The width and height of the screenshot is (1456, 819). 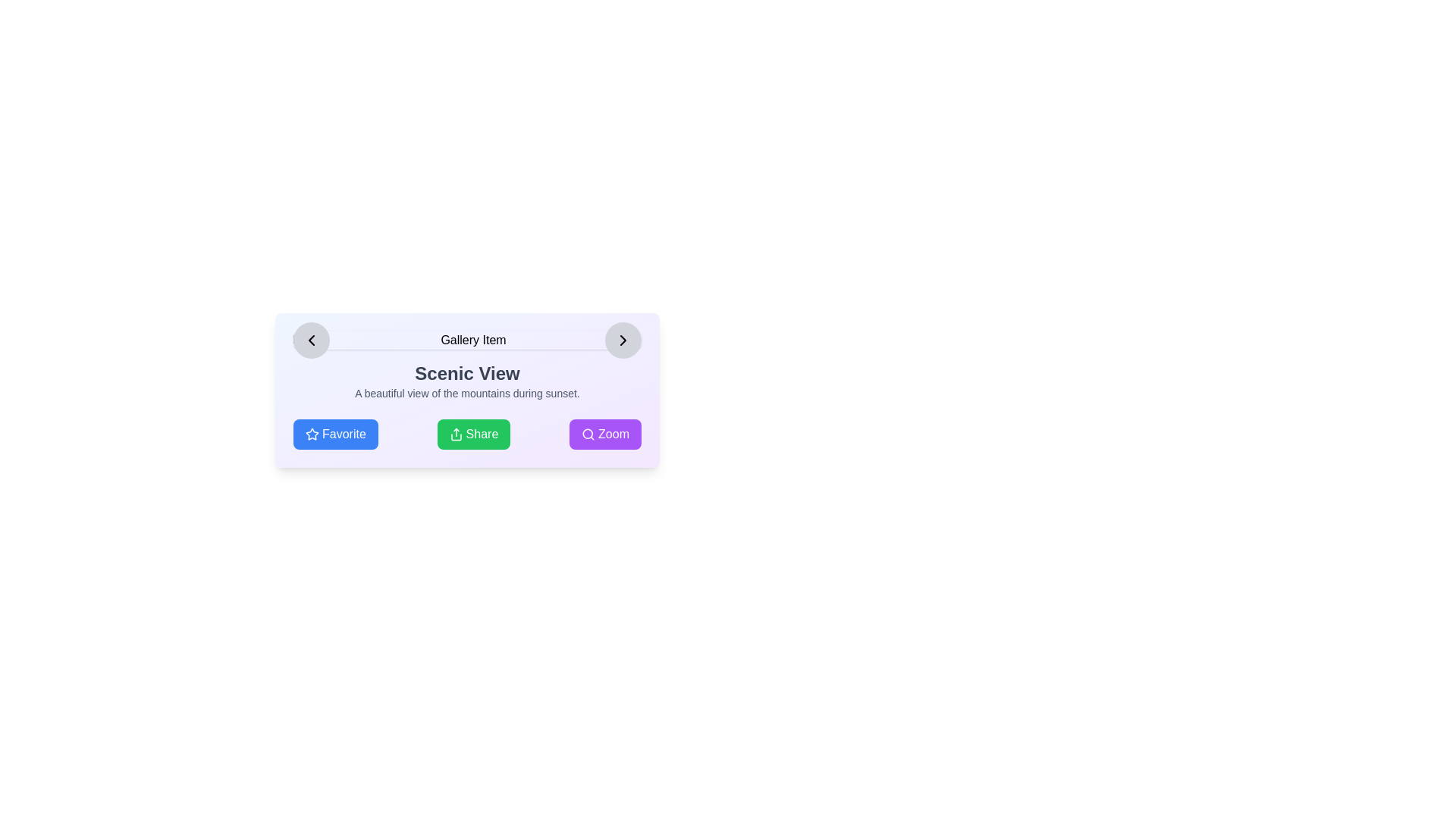 What do you see at coordinates (623, 339) in the screenshot?
I see `the circular grey button with a right-pointing black chevron` at bounding box center [623, 339].